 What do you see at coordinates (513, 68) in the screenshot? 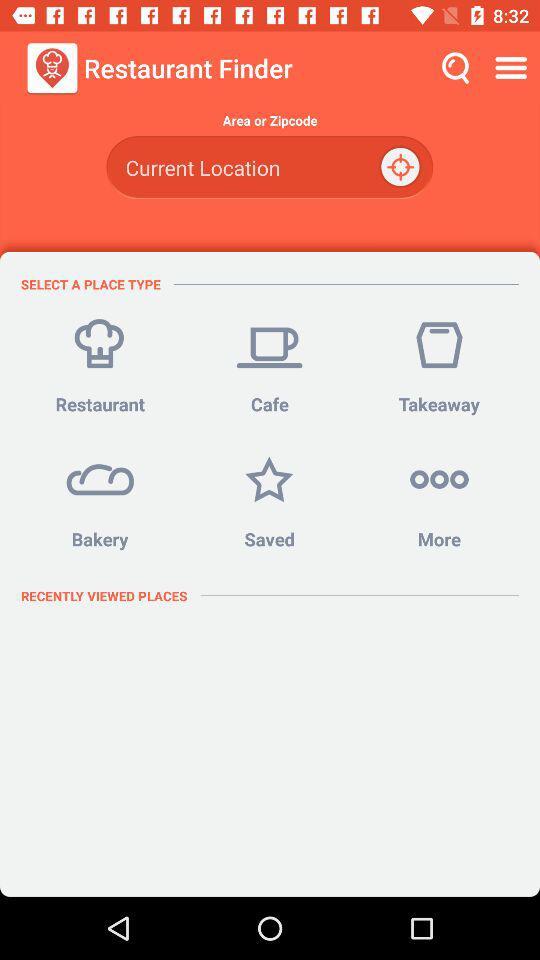
I see `the icon above the area or zipcode icon` at bounding box center [513, 68].